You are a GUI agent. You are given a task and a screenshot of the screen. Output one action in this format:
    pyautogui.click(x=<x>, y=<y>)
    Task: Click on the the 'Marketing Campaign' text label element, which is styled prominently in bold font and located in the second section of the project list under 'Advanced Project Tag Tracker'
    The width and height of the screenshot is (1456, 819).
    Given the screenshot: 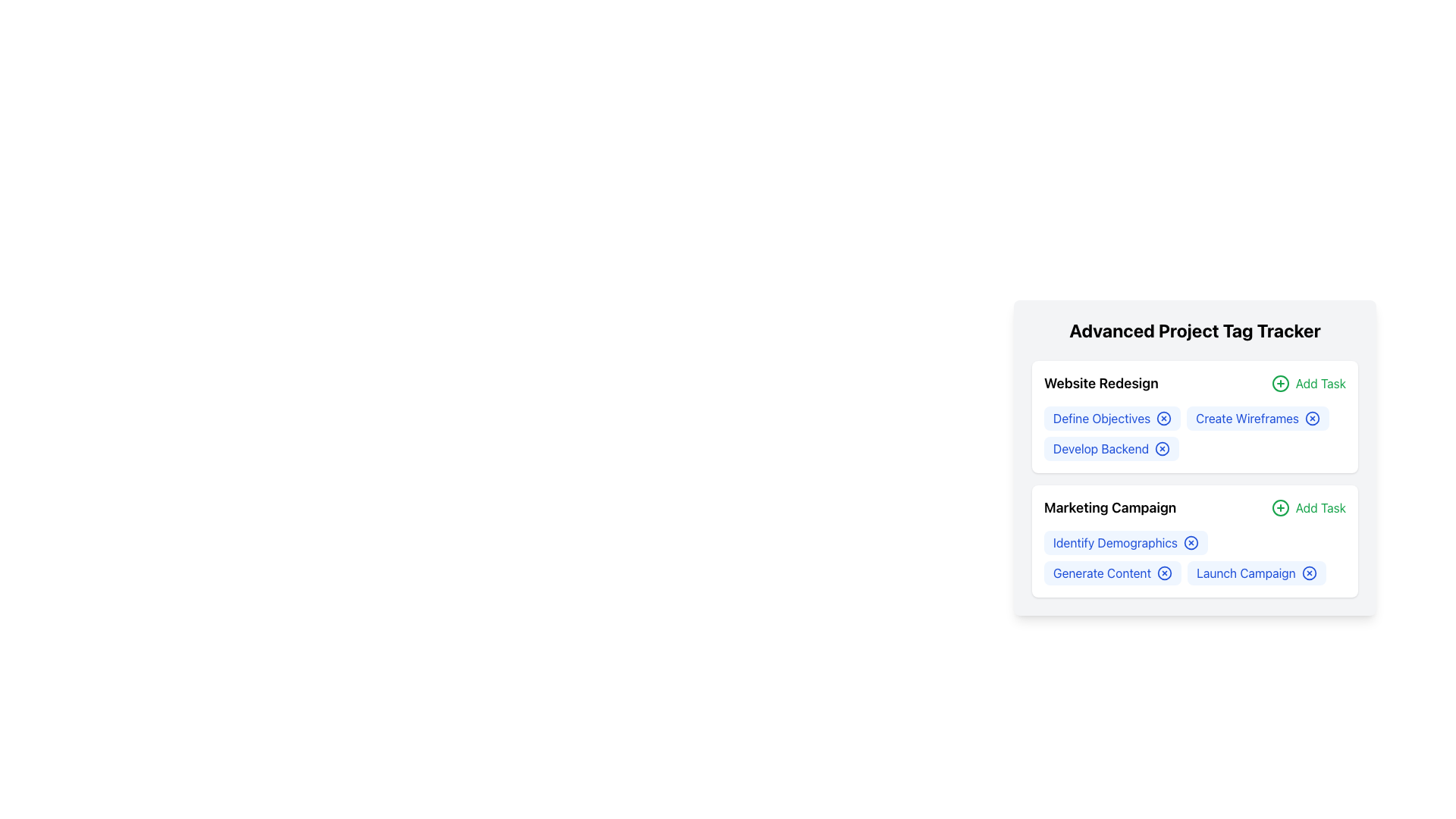 What is the action you would take?
    pyautogui.click(x=1110, y=508)
    